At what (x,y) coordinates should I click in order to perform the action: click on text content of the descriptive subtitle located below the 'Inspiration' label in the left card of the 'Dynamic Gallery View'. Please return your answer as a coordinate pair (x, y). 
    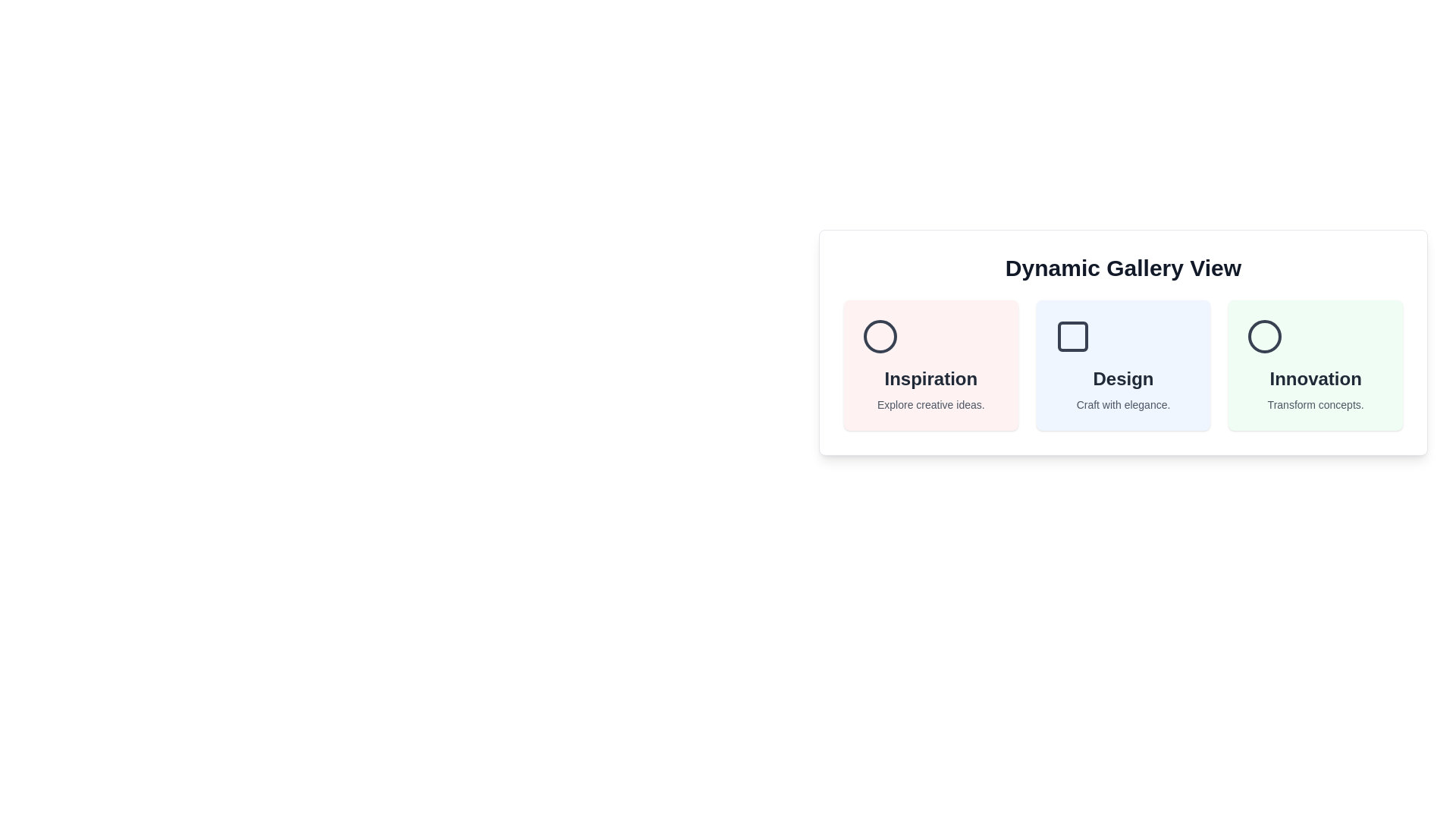
    Looking at the image, I should click on (930, 403).